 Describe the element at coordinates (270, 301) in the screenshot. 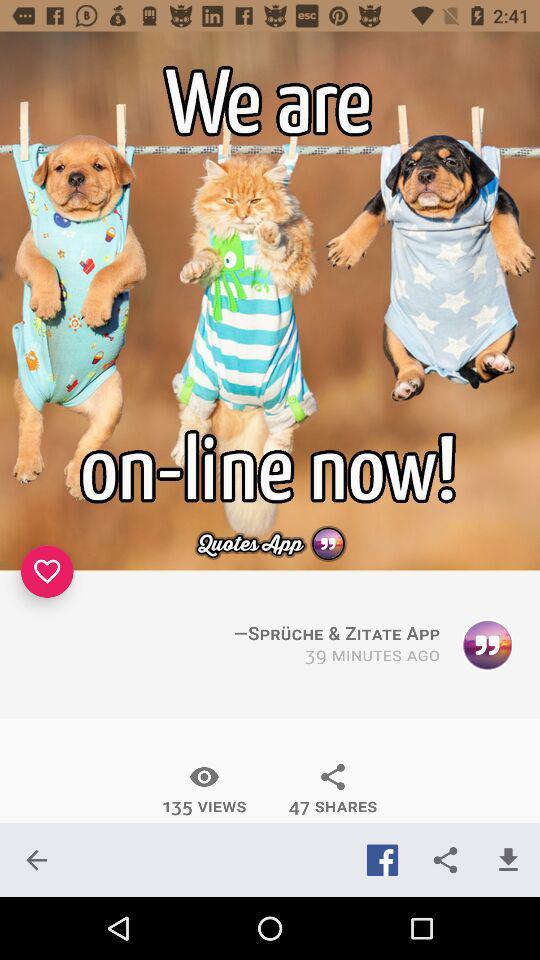

I see `tap anywhere to open the quotes app` at that location.